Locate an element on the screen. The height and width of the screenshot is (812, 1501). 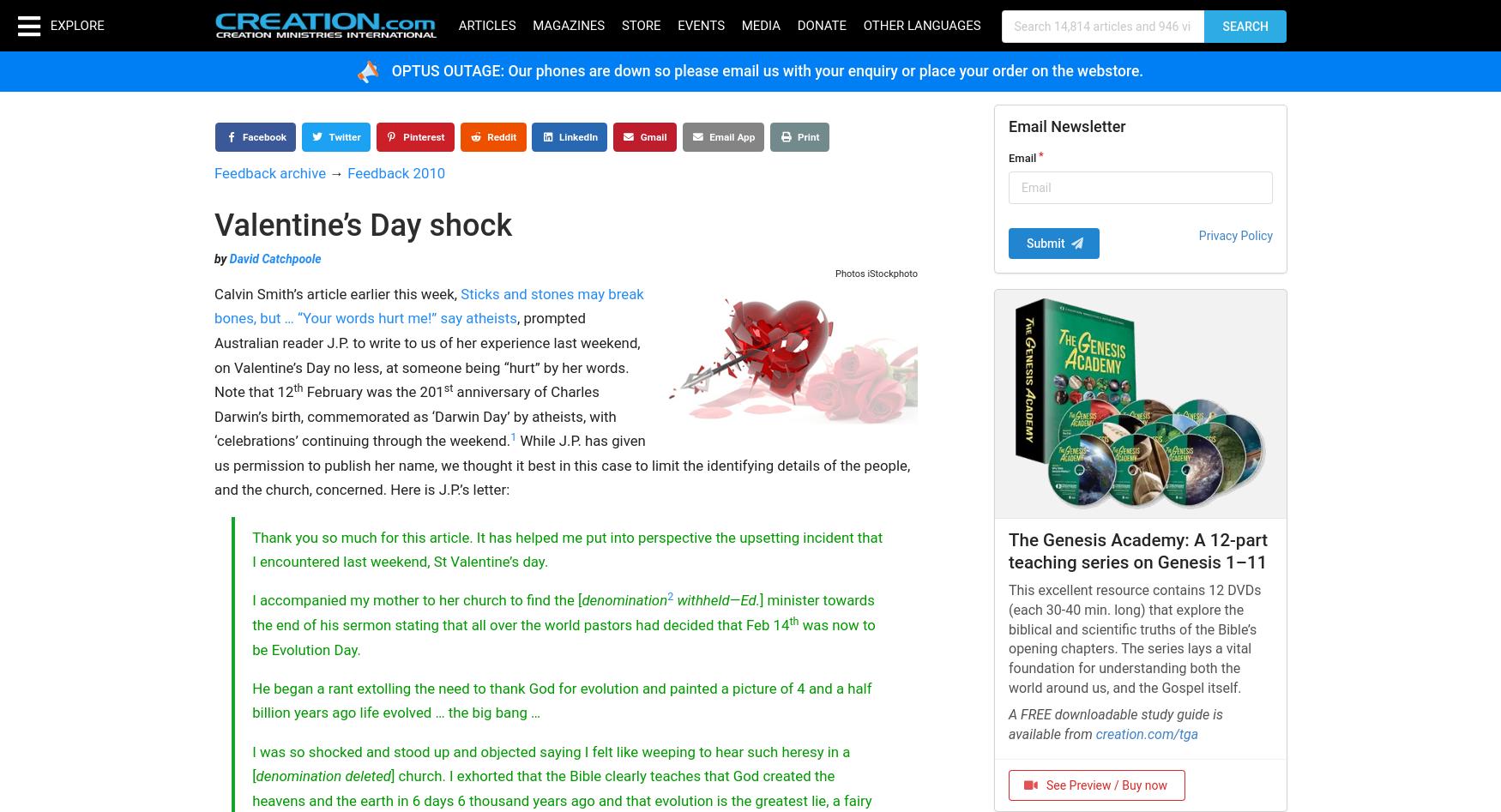
'Facebook' is located at coordinates (262, 135).